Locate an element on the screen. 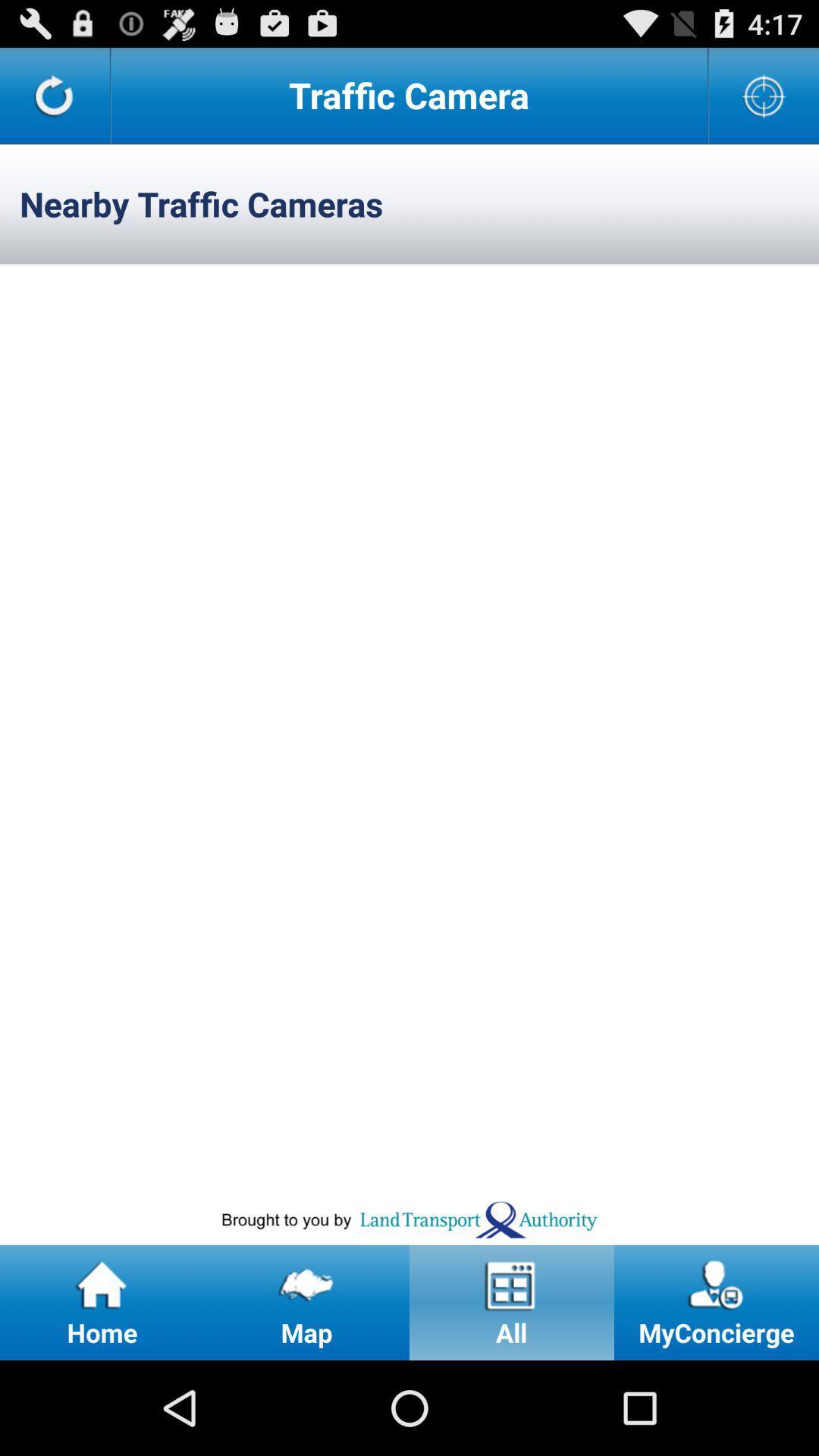  the location_crosshair icon is located at coordinates (764, 101).